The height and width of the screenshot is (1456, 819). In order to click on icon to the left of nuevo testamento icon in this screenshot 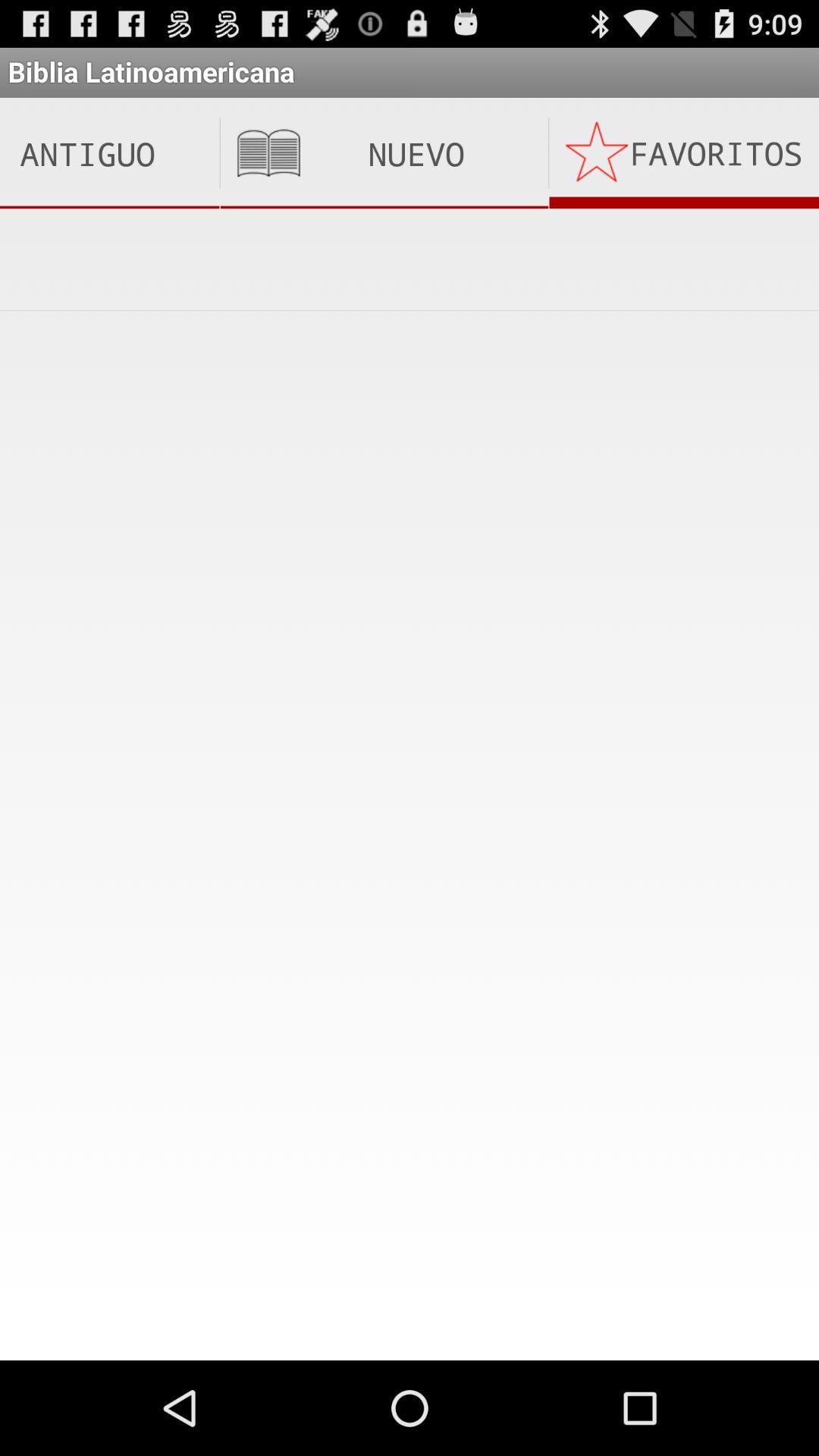, I will do `click(108, 153)`.